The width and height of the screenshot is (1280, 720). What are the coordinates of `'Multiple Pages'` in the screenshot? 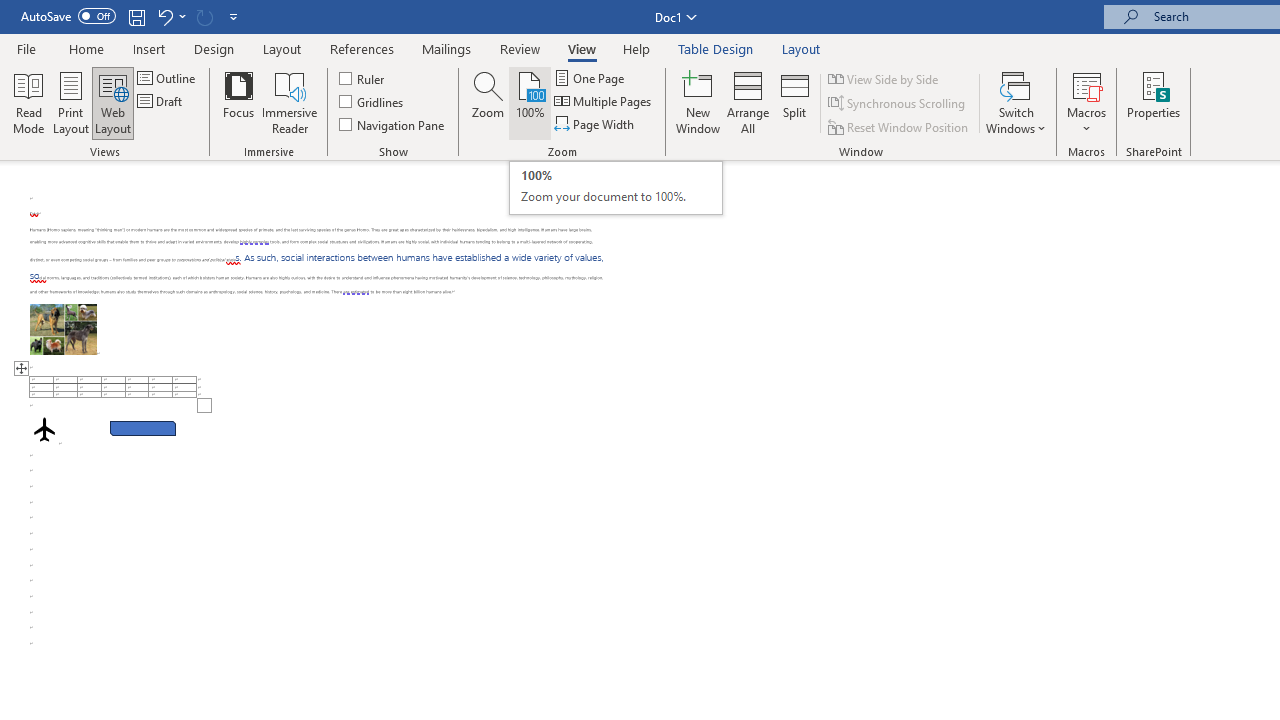 It's located at (603, 101).